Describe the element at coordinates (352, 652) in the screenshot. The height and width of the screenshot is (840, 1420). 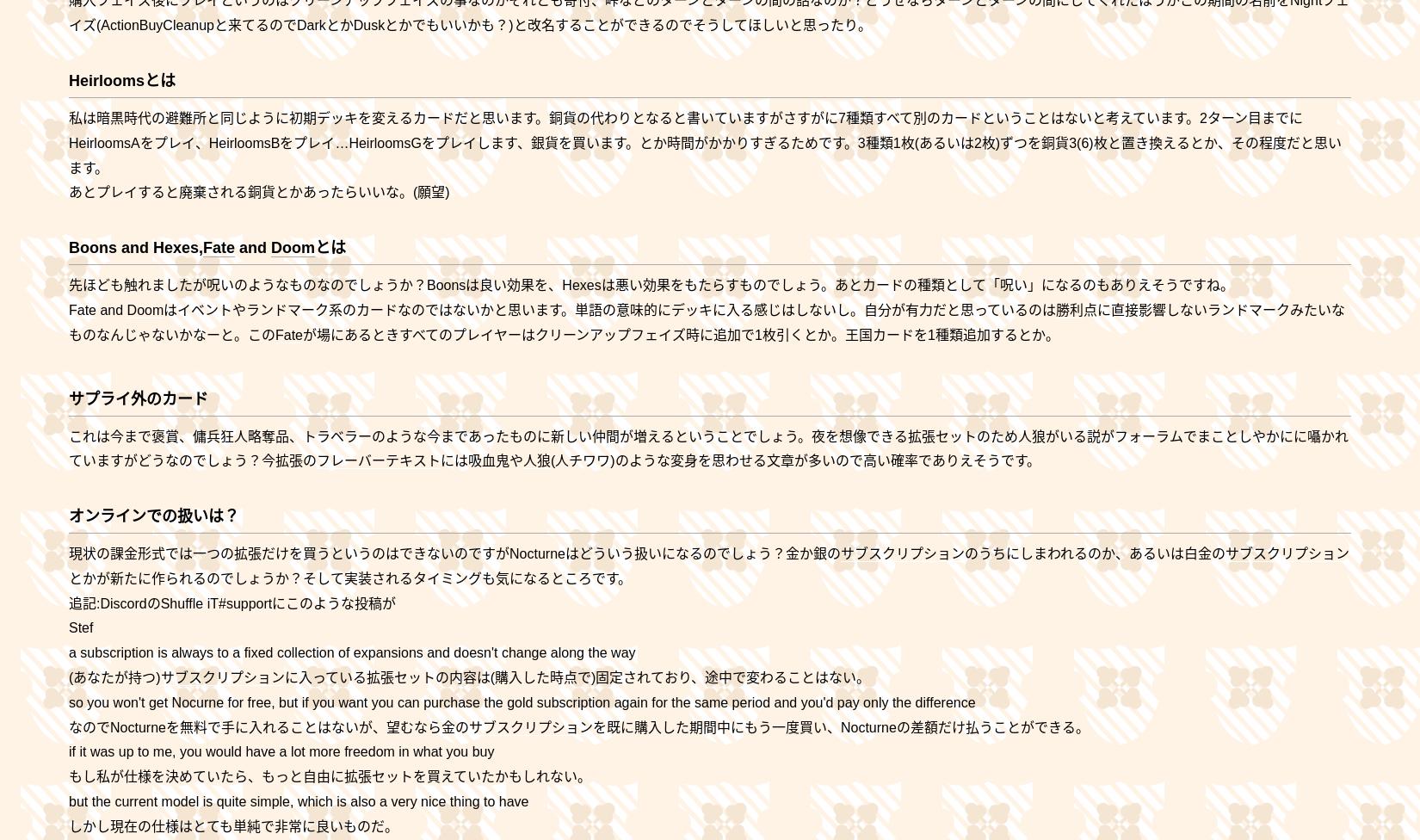
I see `'a subscription is always to a fixed collection of expansions  and doesn't change along the way'` at that location.